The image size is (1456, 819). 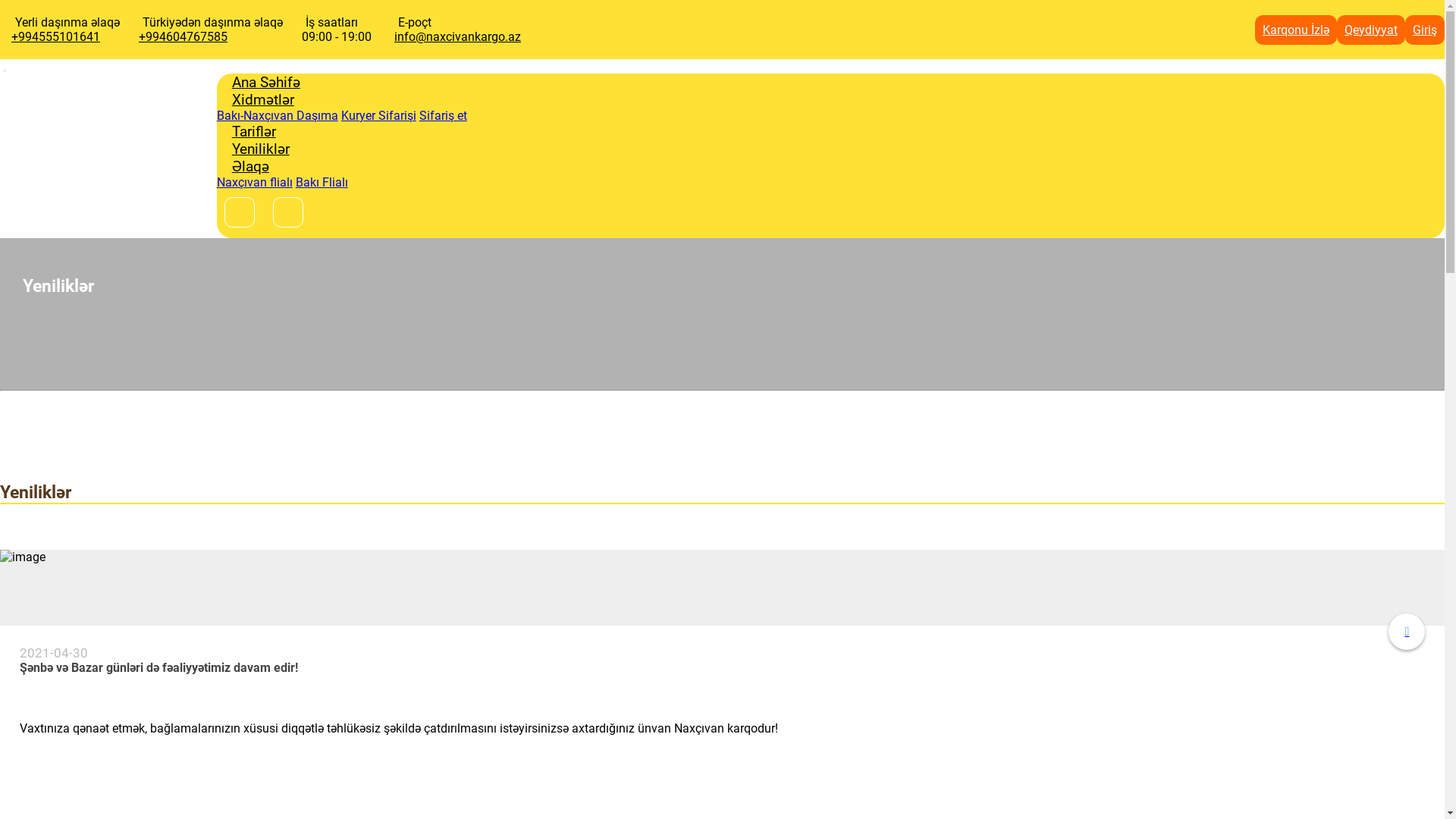 What do you see at coordinates (55, 36) in the screenshot?
I see `'+994555101641'` at bounding box center [55, 36].